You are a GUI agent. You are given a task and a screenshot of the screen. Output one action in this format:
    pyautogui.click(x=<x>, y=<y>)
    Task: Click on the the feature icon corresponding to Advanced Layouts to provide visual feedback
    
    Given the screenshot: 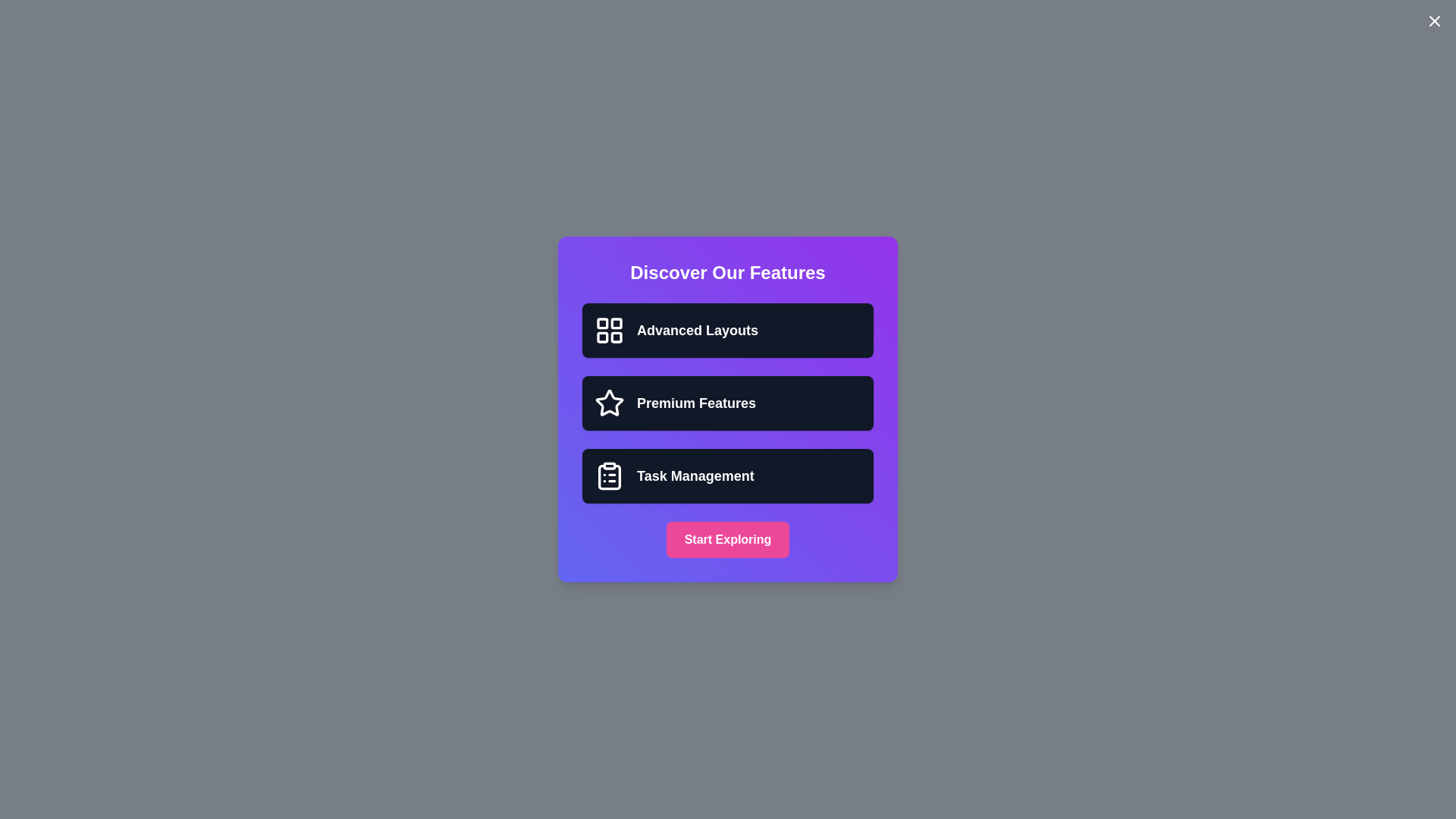 What is the action you would take?
    pyautogui.click(x=610, y=329)
    